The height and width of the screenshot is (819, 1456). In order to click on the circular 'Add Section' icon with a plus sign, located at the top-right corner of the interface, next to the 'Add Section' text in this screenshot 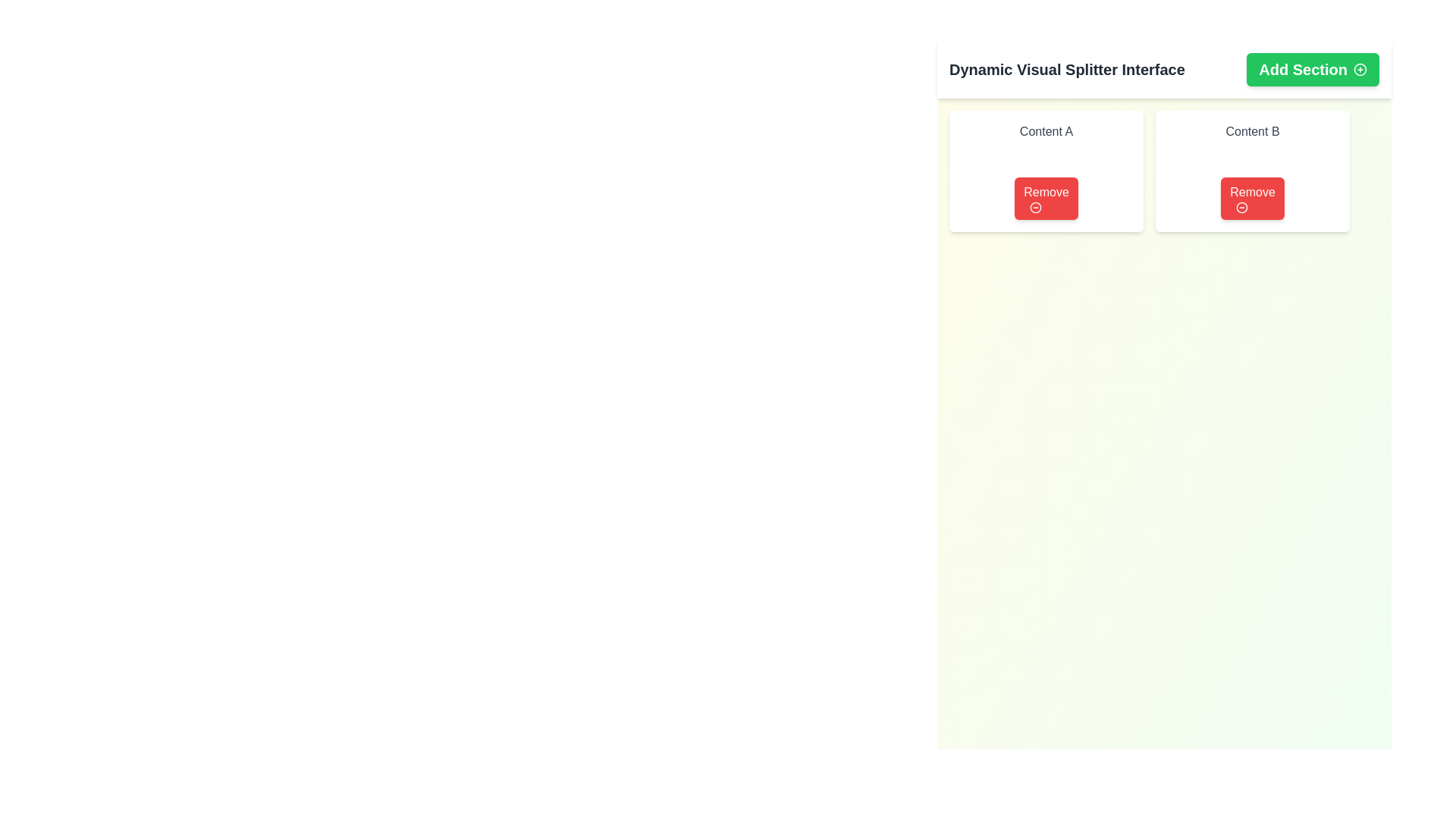, I will do `click(1360, 70)`.